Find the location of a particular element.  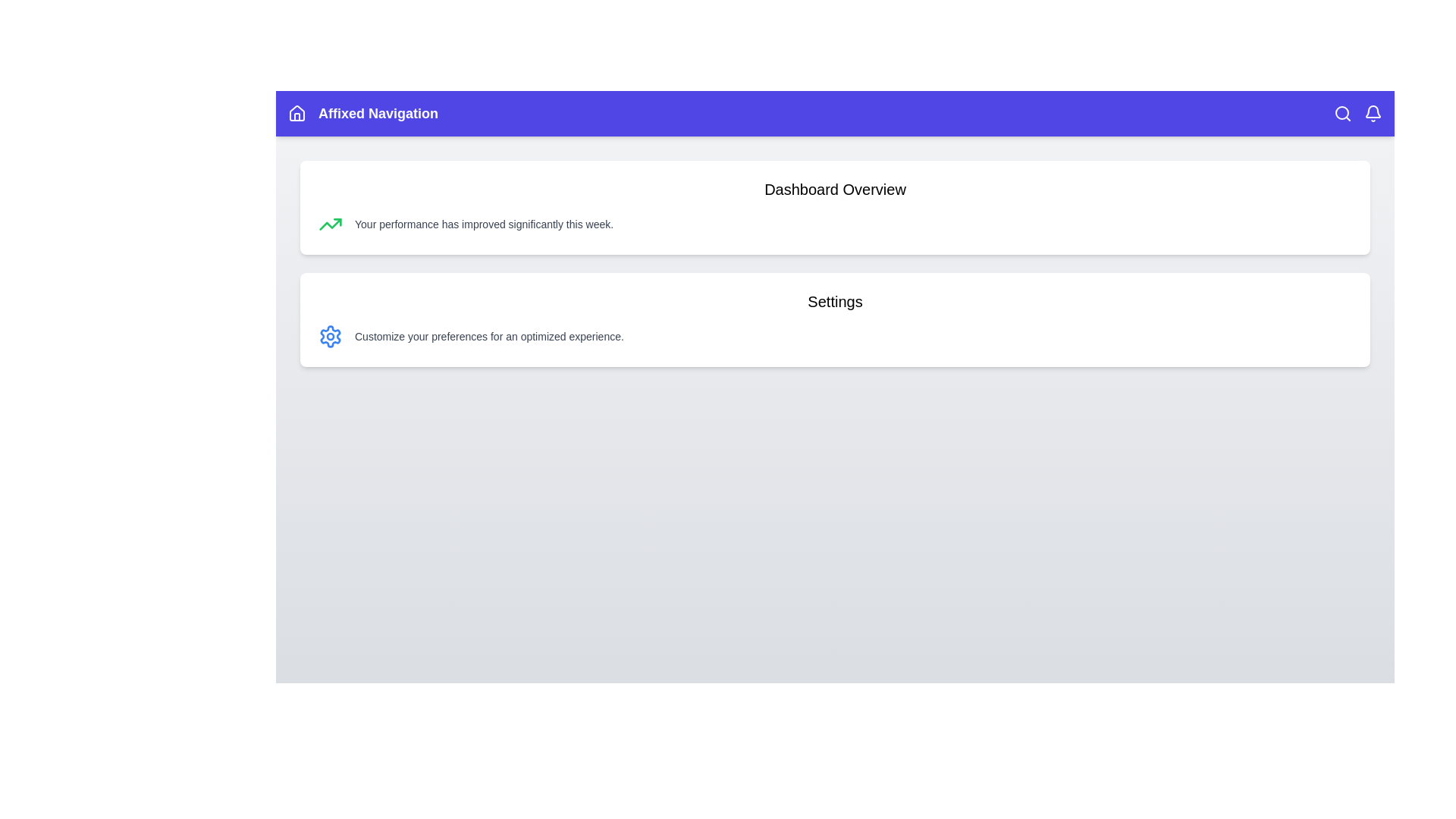

the green upward trending arrow icon in the 'Dashboard Overview' section, which visually represents a positive trend and is positioned to the left of the text 'Your performance has improved significantly this week.' is located at coordinates (330, 224).